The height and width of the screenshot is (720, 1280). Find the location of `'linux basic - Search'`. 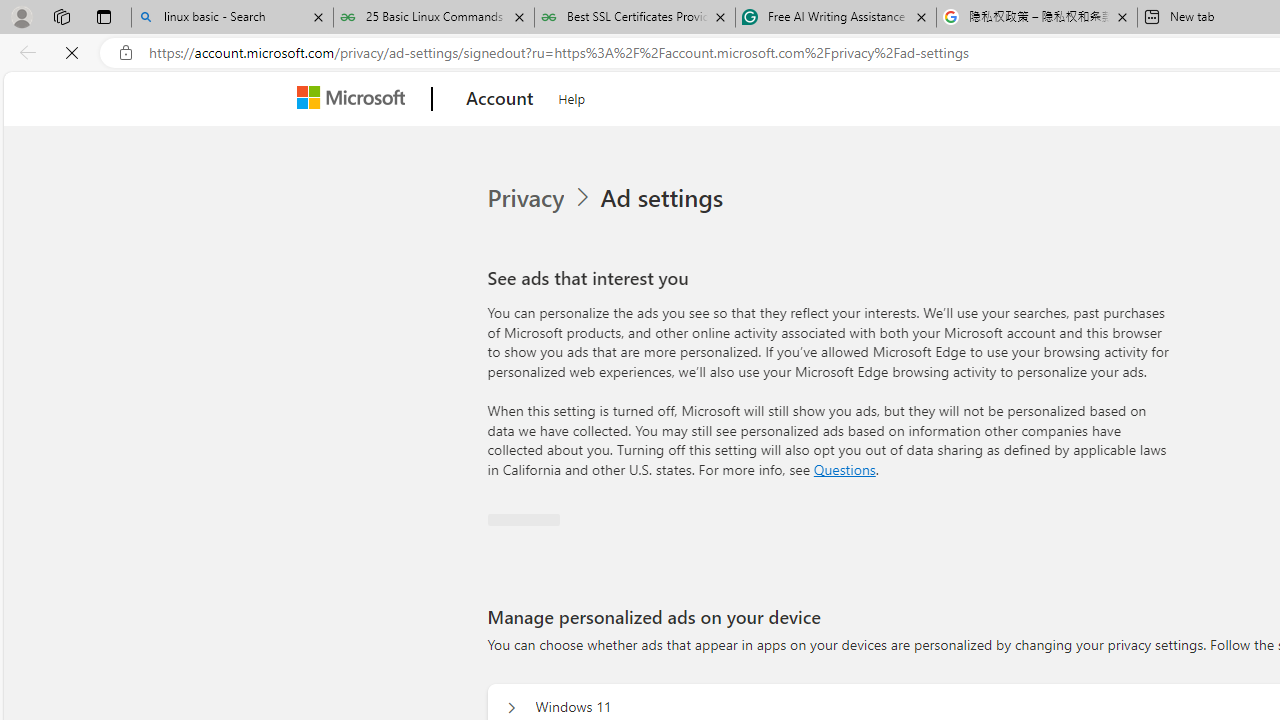

'linux basic - Search' is located at coordinates (232, 17).